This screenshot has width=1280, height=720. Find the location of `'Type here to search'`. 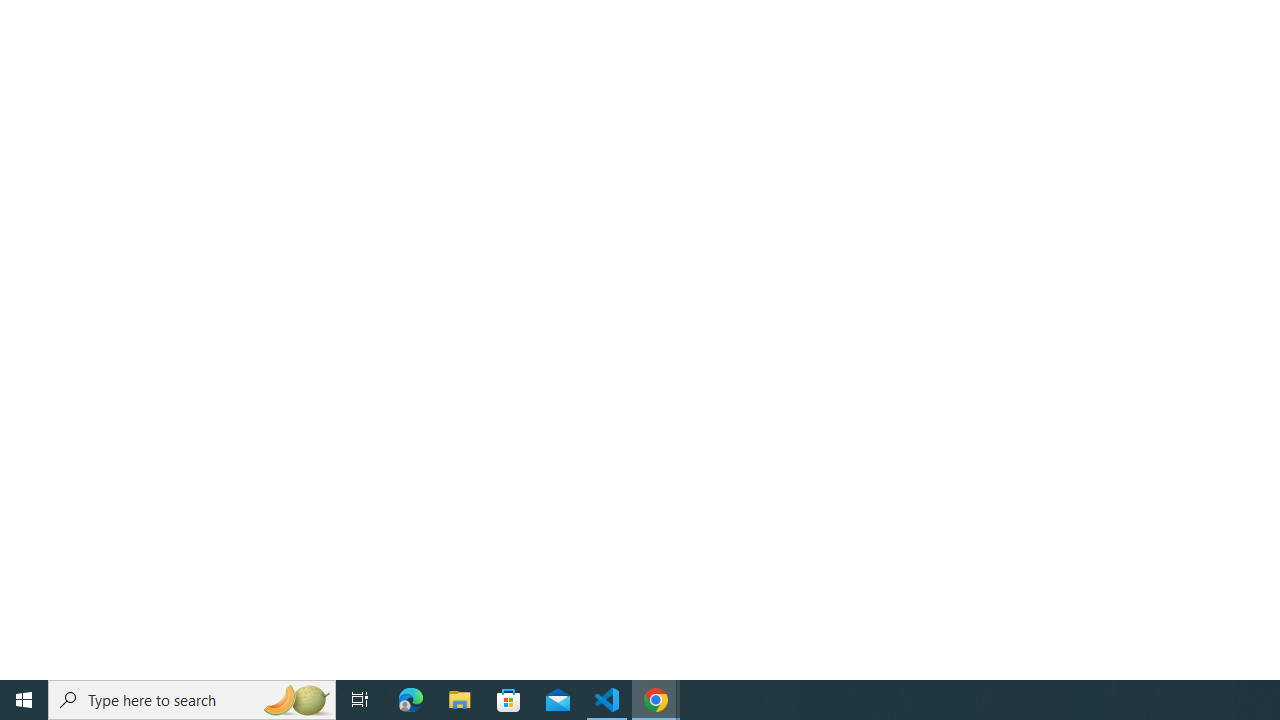

'Type here to search' is located at coordinates (192, 698).